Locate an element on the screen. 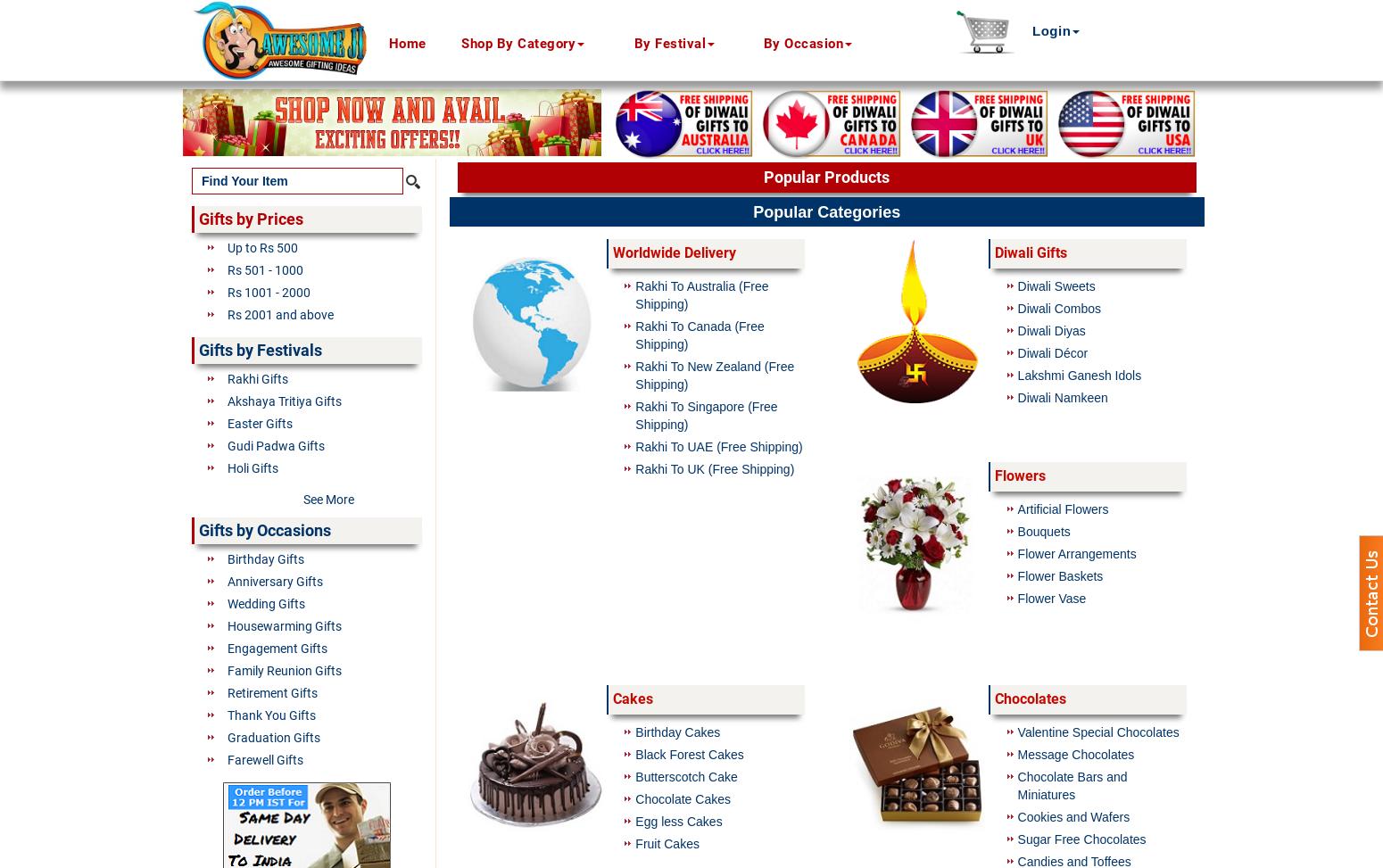 The width and height of the screenshot is (1383, 868). 'Sugar Free Chocolates' is located at coordinates (1081, 838).